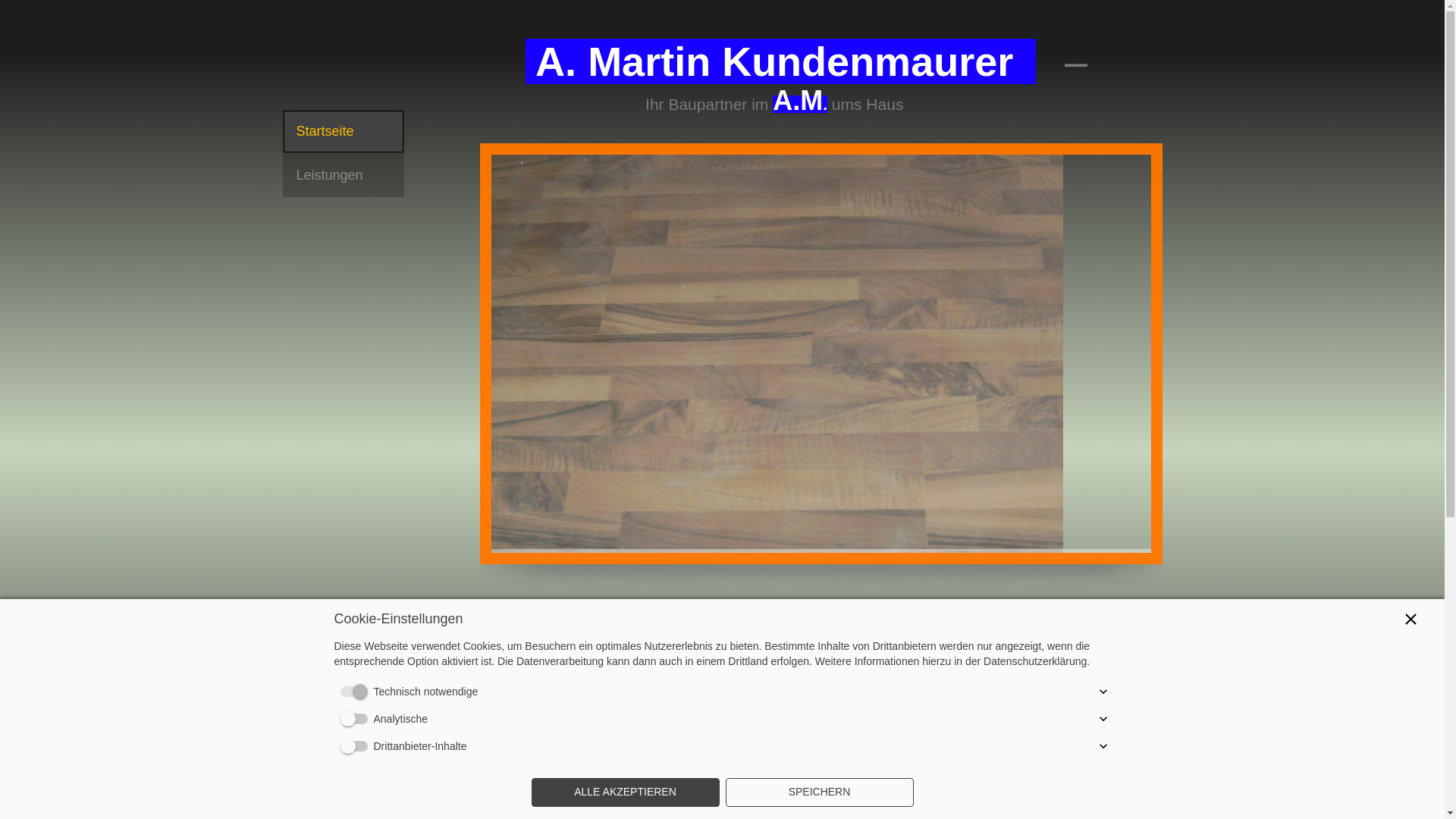 The width and height of the screenshot is (1456, 819). Describe the element at coordinates (341, 174) in the screenshot. I see `'Leistungen'` at that location.